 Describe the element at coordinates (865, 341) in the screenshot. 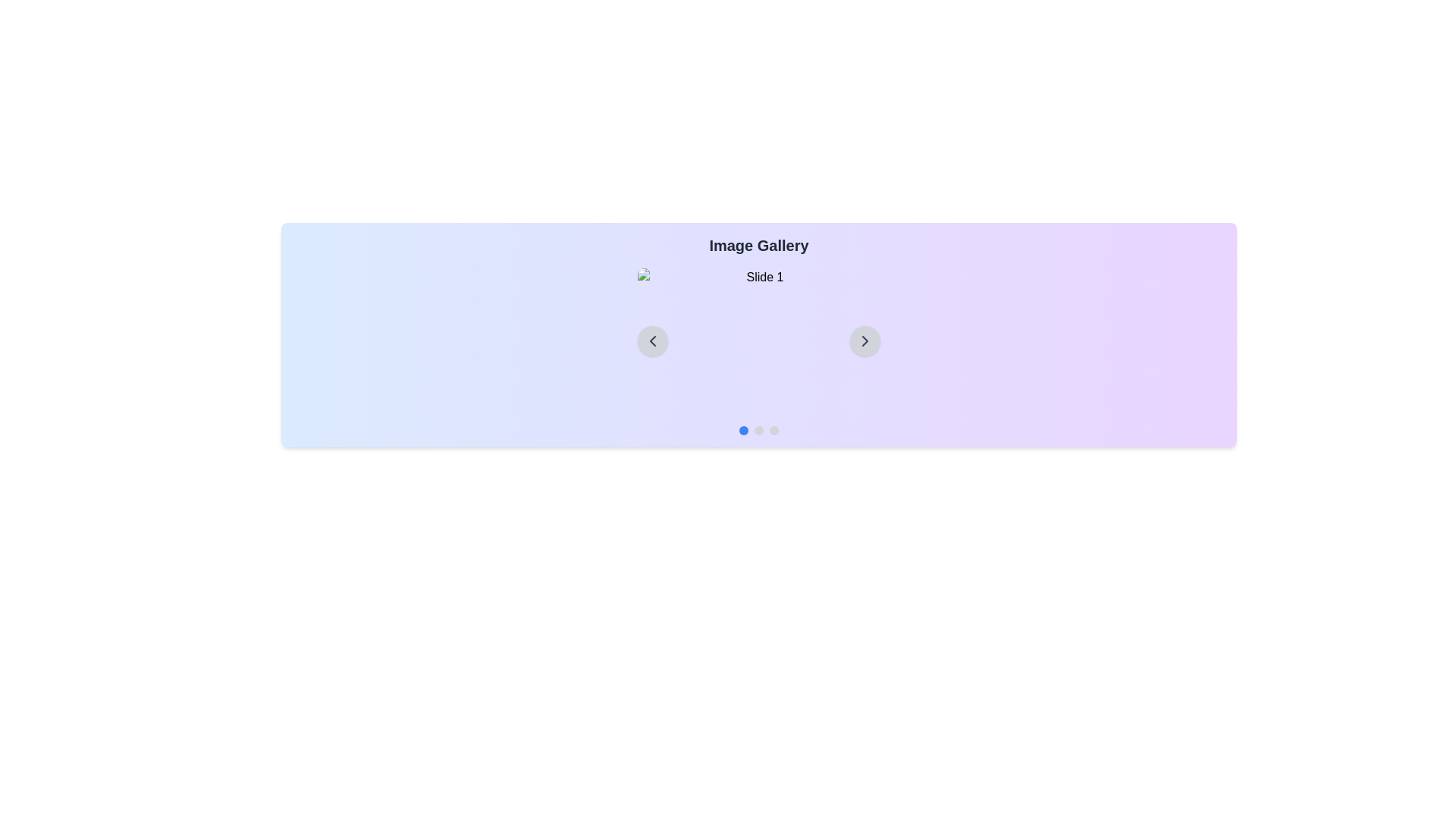

I see `'Next' button on the right side of the image gallery to navigate to the next image` at that location.